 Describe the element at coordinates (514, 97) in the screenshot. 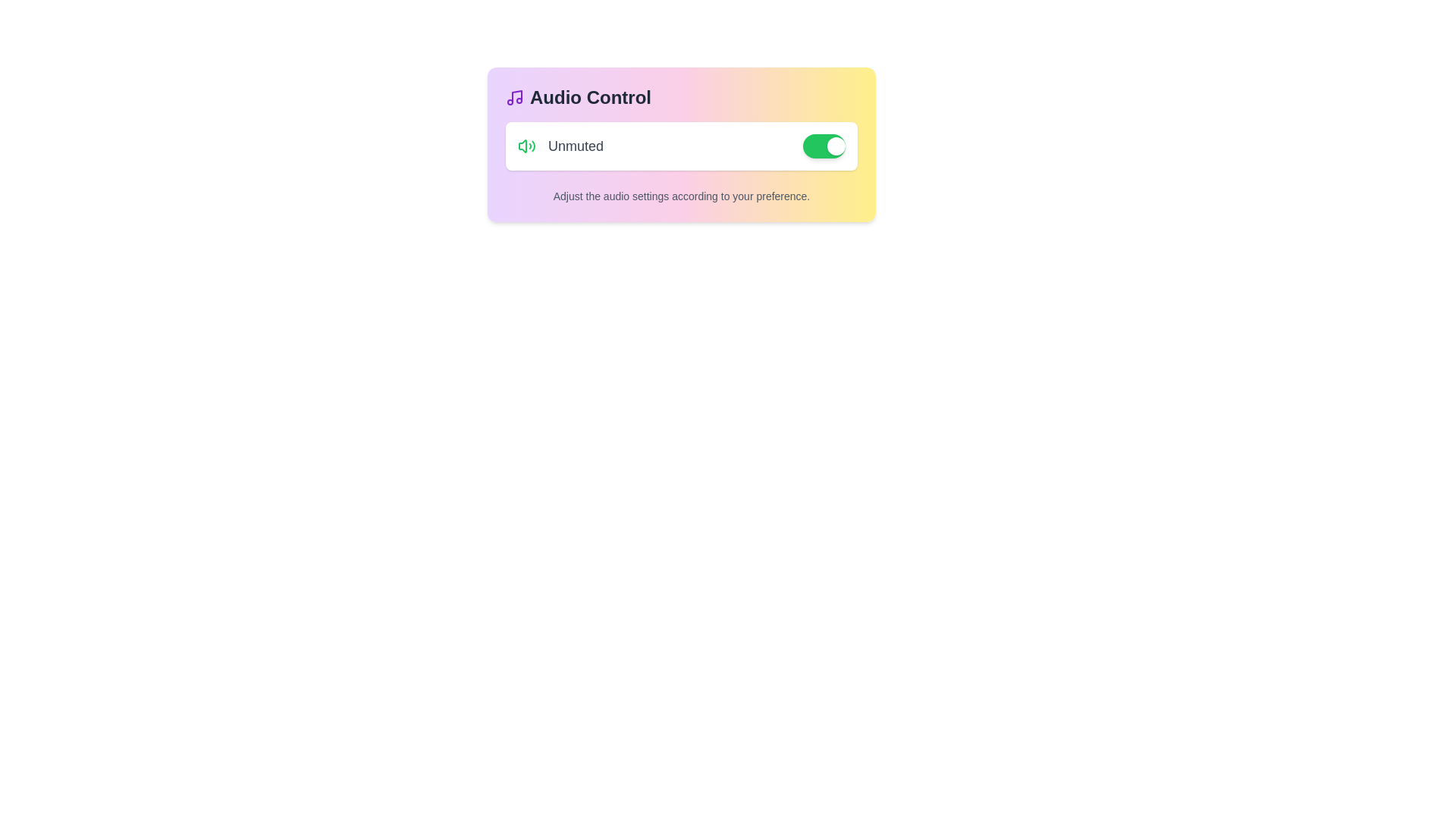

I see `the audio feature icon located in the 'Audio Control' section at the top-left corner` at that location.